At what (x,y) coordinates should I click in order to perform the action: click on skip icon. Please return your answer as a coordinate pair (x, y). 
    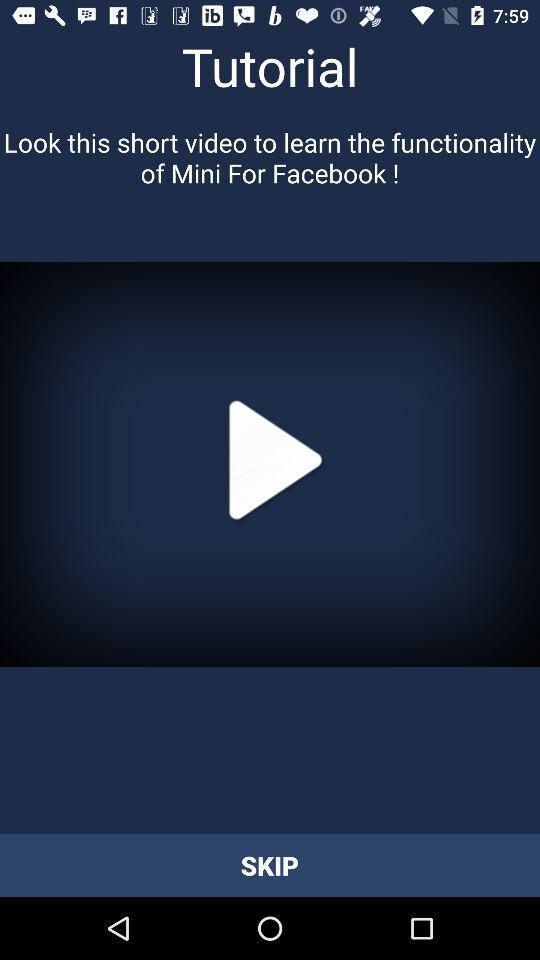
    Looking at the image, I should click on (270, 864).